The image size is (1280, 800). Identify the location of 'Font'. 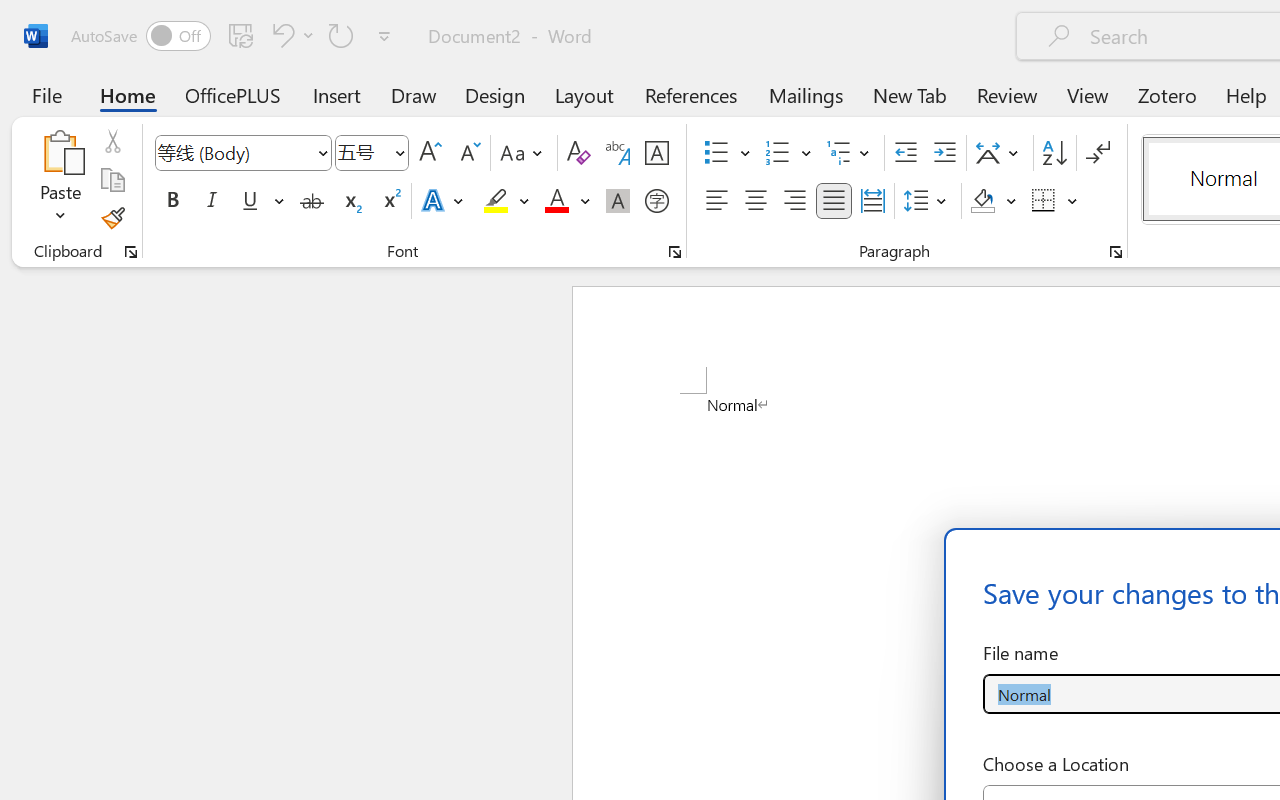
(242, 153).